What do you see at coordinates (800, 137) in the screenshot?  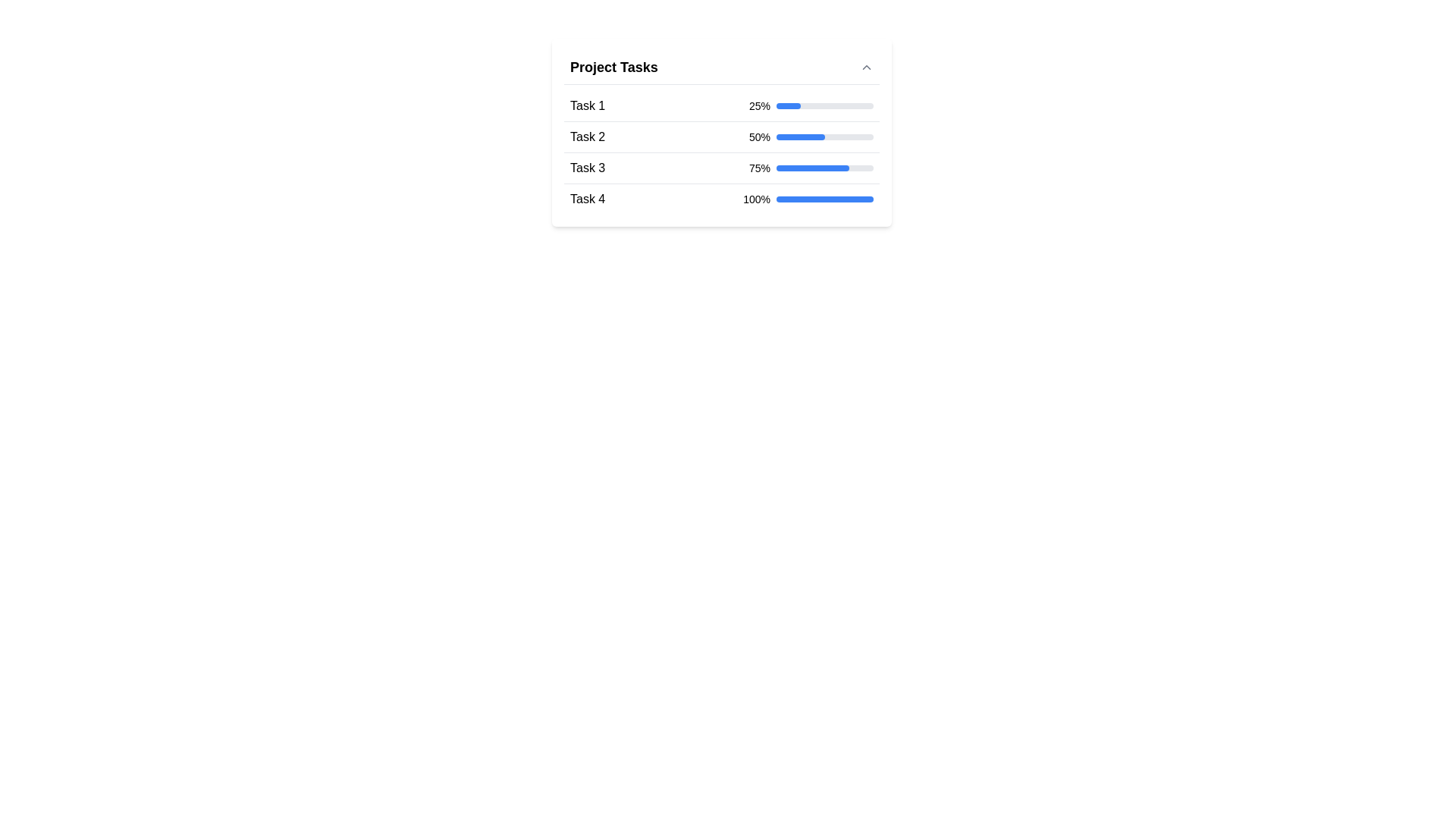 I see `the blue rounded progress indicator that visually represents the completion percentage of the second task within the gray rectangular progress bar` at bounding box center [800, 137].